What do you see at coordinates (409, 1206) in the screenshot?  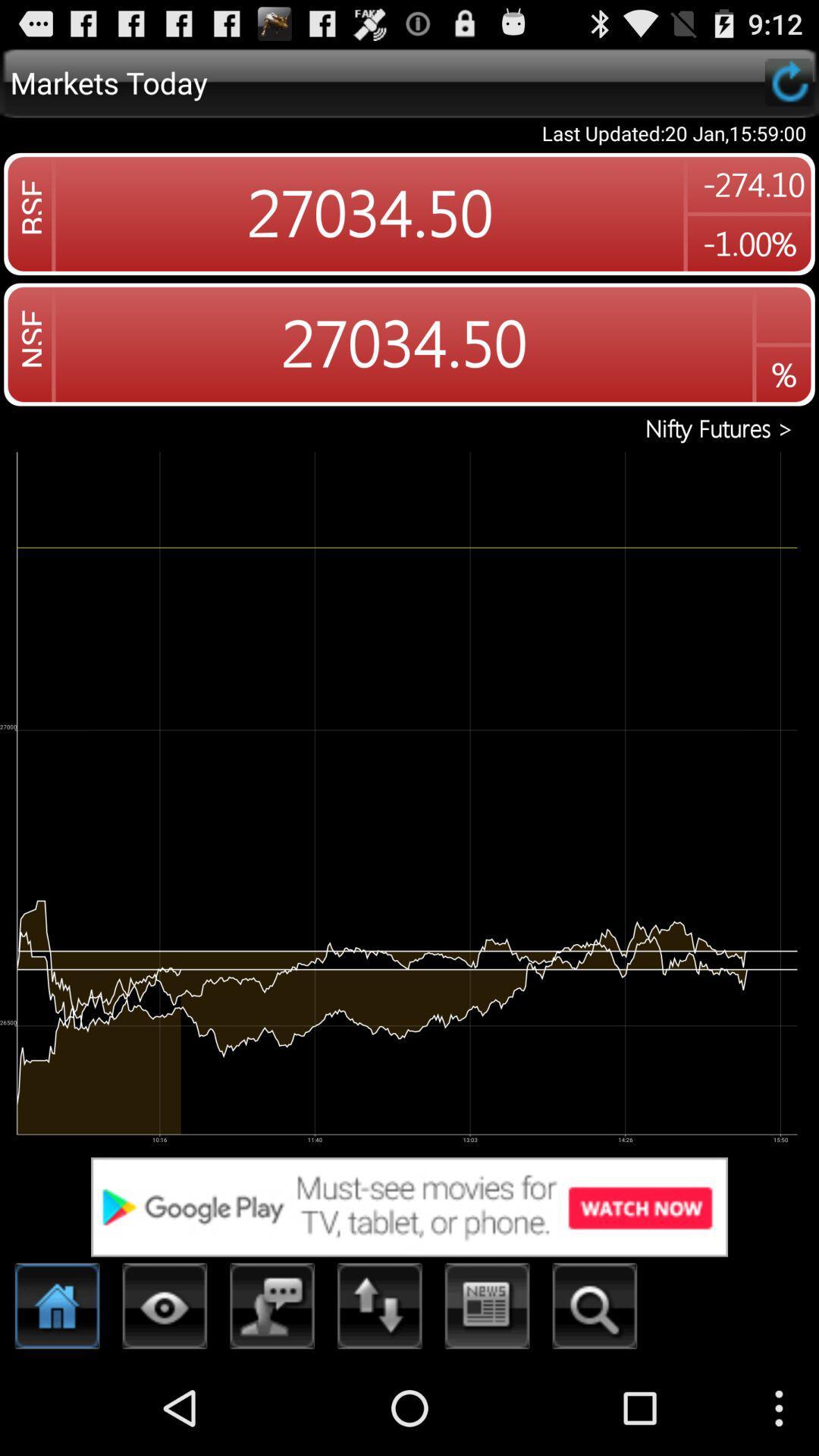 I see `google search` at bounding box center [409, 1206].